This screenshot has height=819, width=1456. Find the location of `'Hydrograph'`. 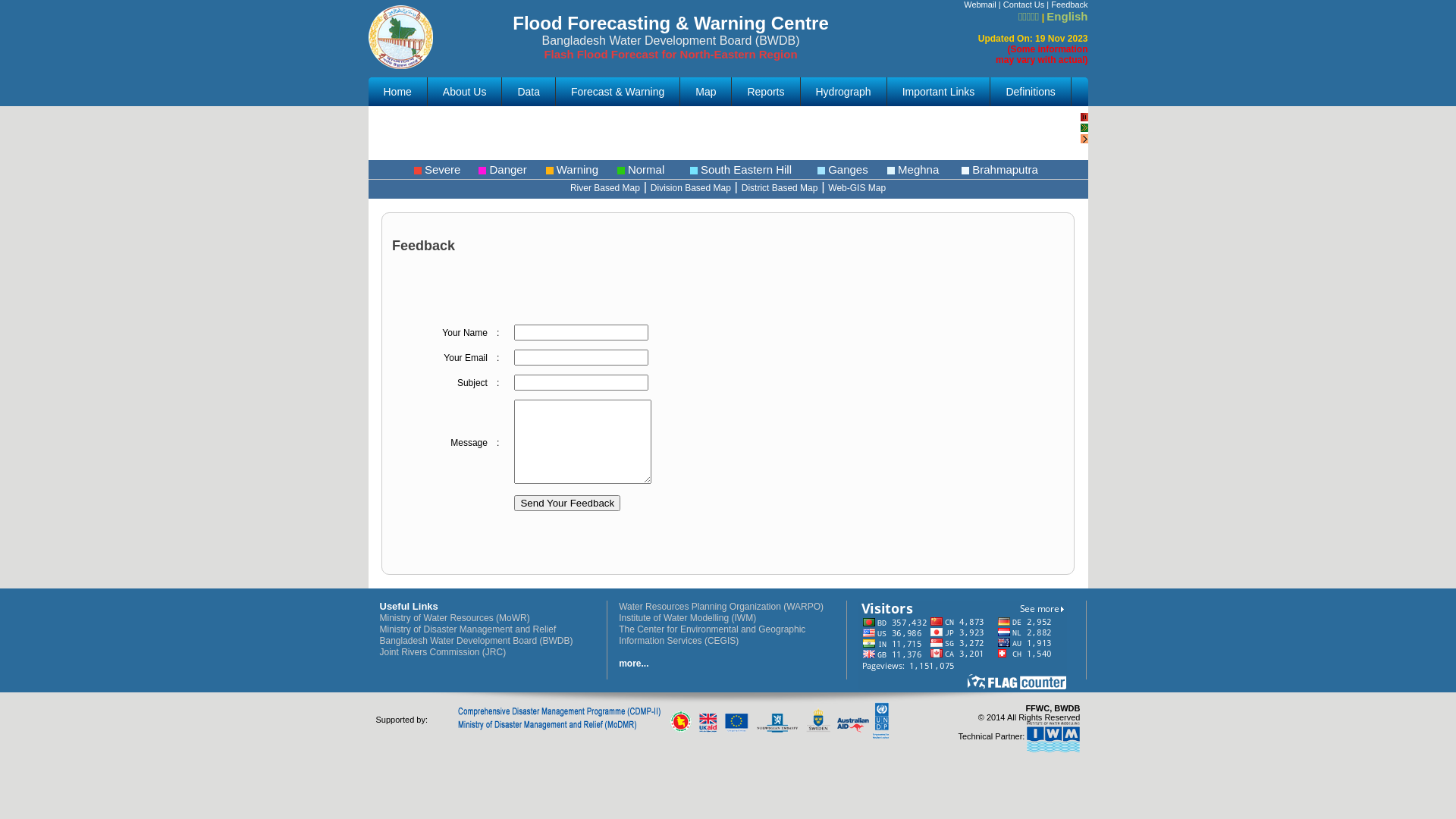

'Hydrograph' is located at coordinates (800, 91).